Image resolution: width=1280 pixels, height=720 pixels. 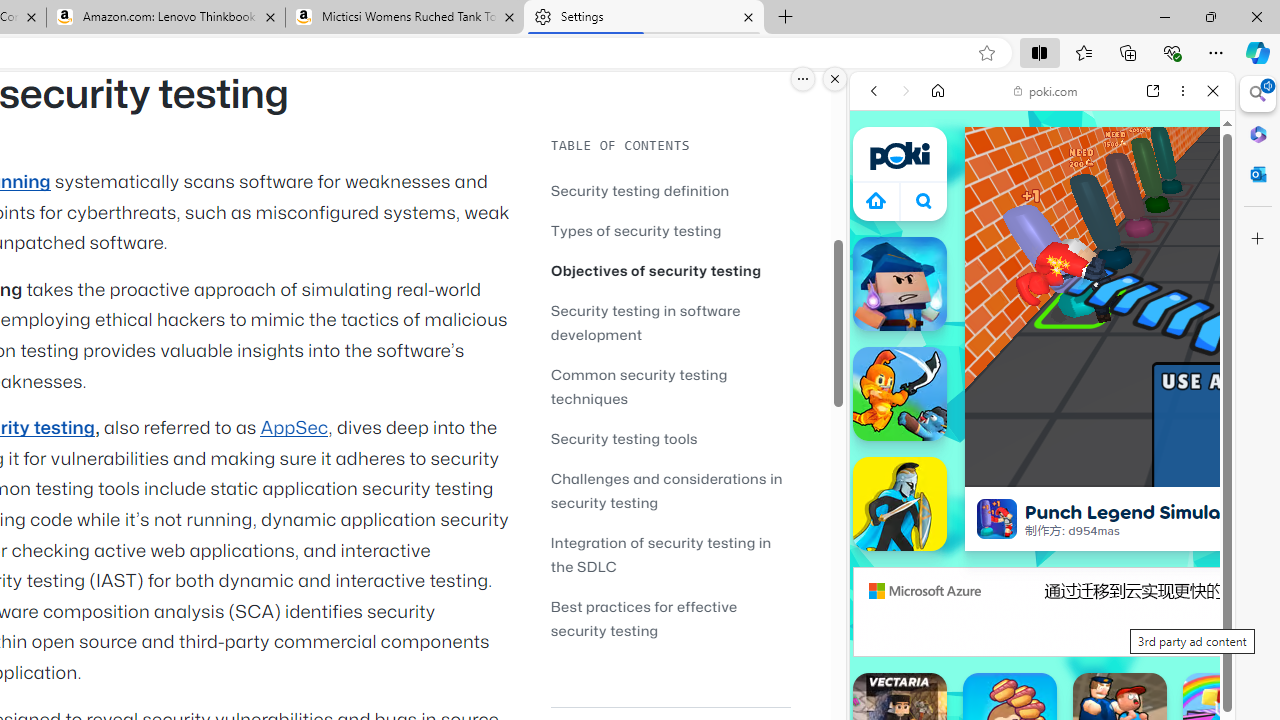 I want to click on 'Integration of security testing in the SDLC', so click(x=661, y=554).